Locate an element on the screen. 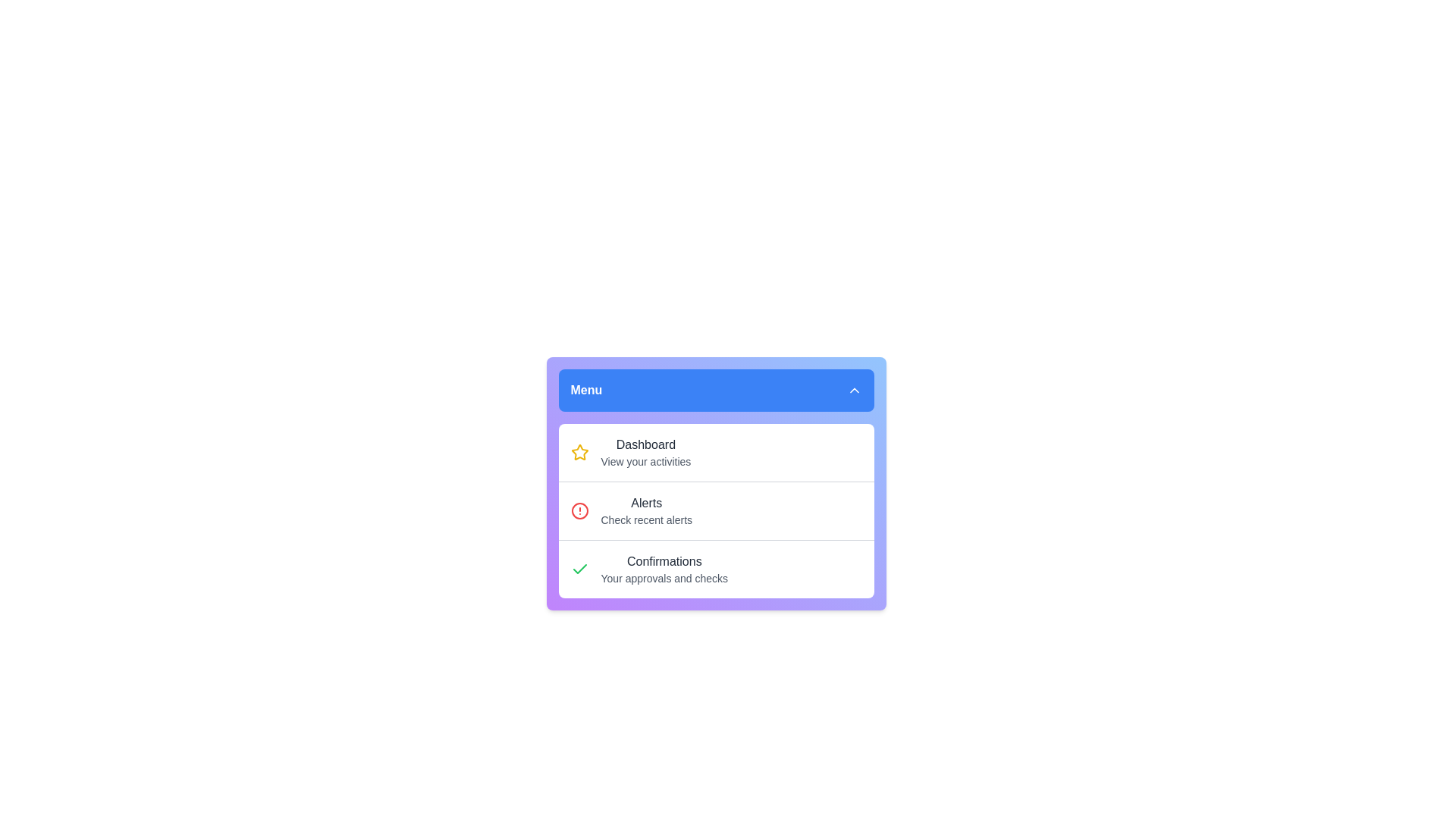 The width and height of the screenshot is (1456, 819). the checkmark icon indicating the confirmed status in the 'Confirmations' list item, which is positioned to the far-left before the textual content is located at coordinates (579, 570).